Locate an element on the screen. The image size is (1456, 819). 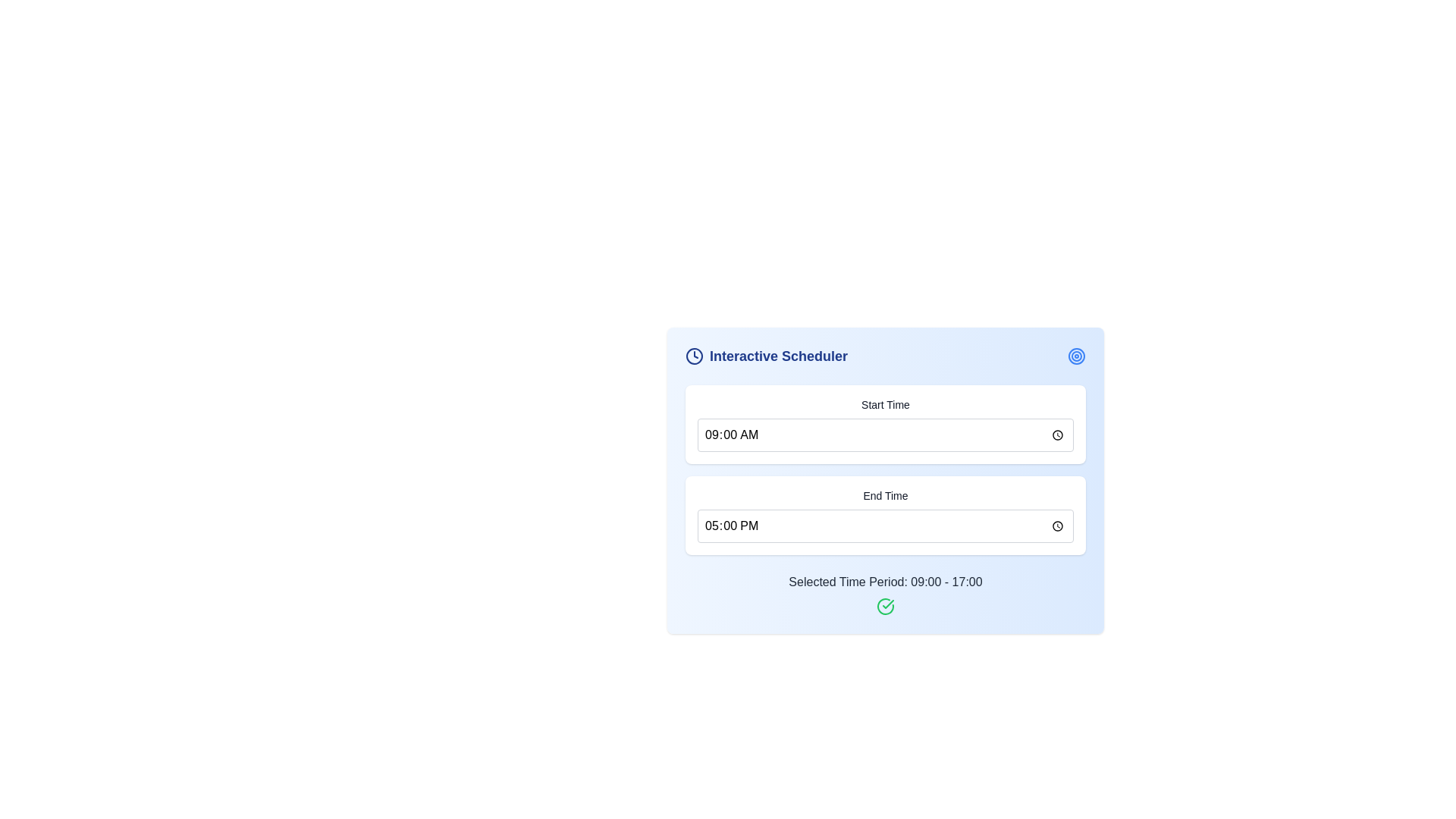
the outermost blue-outline circle of the target icon located in the top-right corner of the 'Interactive Scheduler' card layout is located at coordinates (1076, 356).